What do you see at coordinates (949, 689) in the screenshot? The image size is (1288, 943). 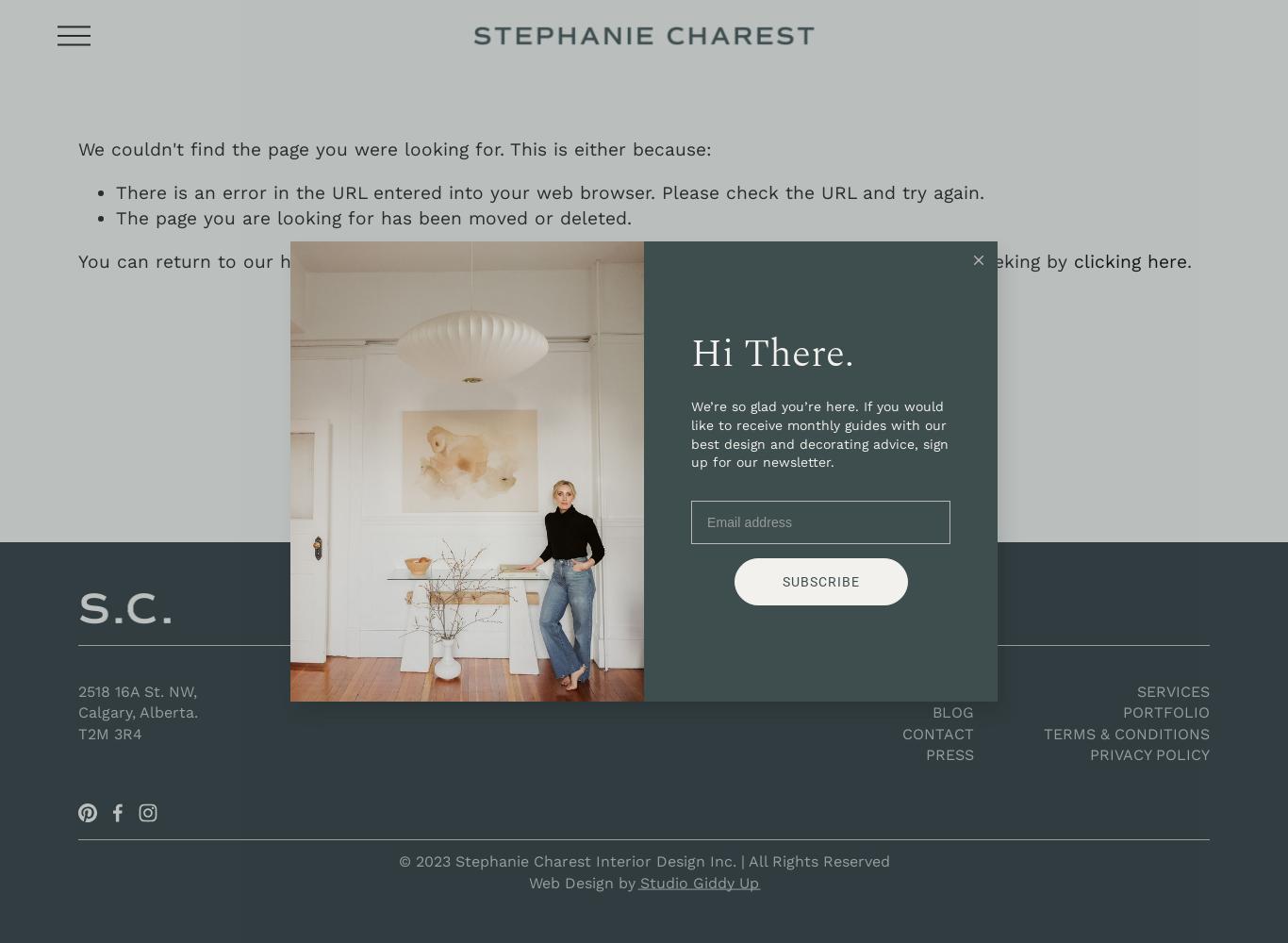 I see `'ABOUT'` at bounding box center [949, 689].